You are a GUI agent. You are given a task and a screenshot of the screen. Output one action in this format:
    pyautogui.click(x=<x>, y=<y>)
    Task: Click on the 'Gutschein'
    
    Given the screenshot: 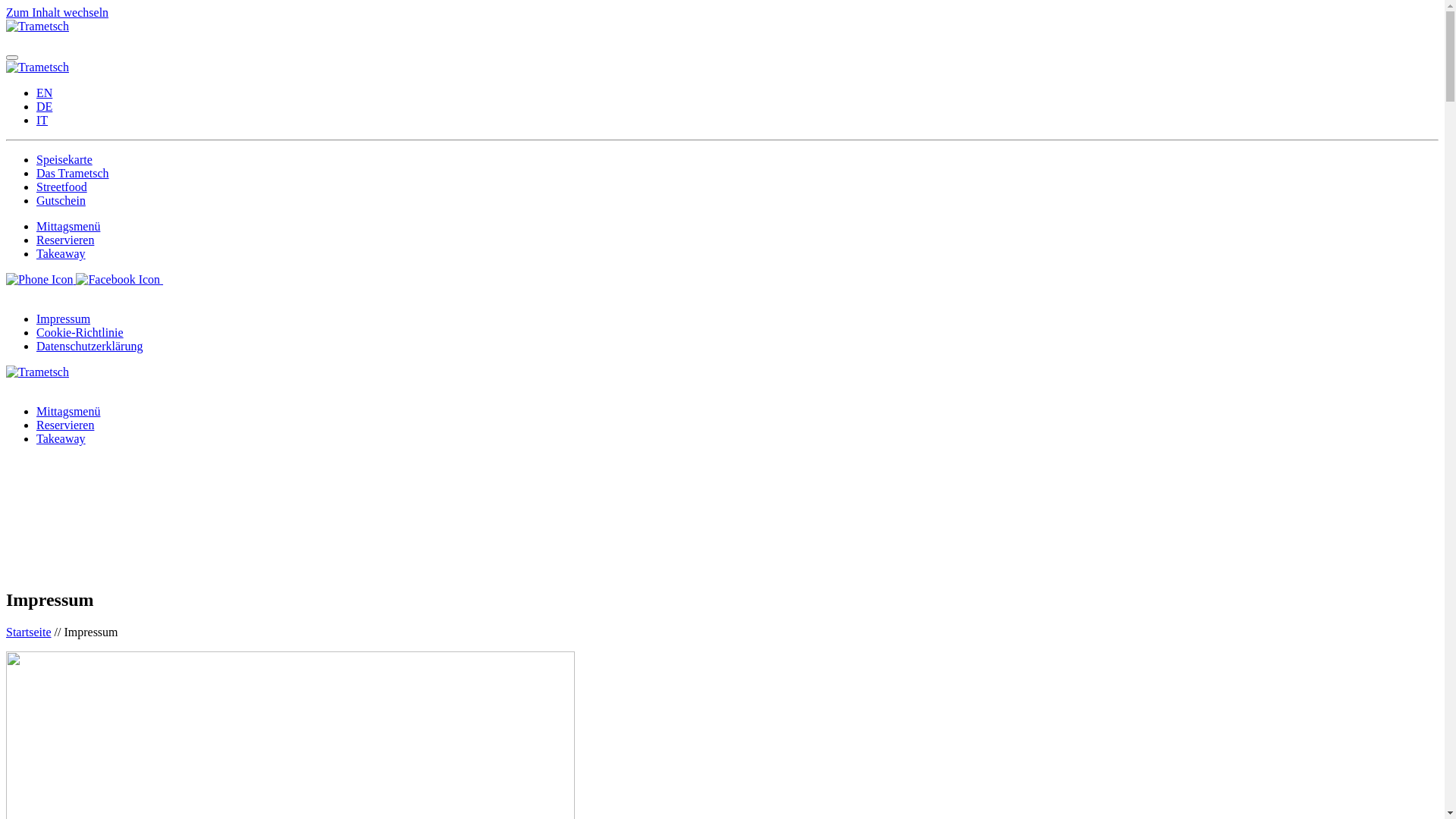 What is the action you would take?
    pyautogui.click(x=61, y=199)
    